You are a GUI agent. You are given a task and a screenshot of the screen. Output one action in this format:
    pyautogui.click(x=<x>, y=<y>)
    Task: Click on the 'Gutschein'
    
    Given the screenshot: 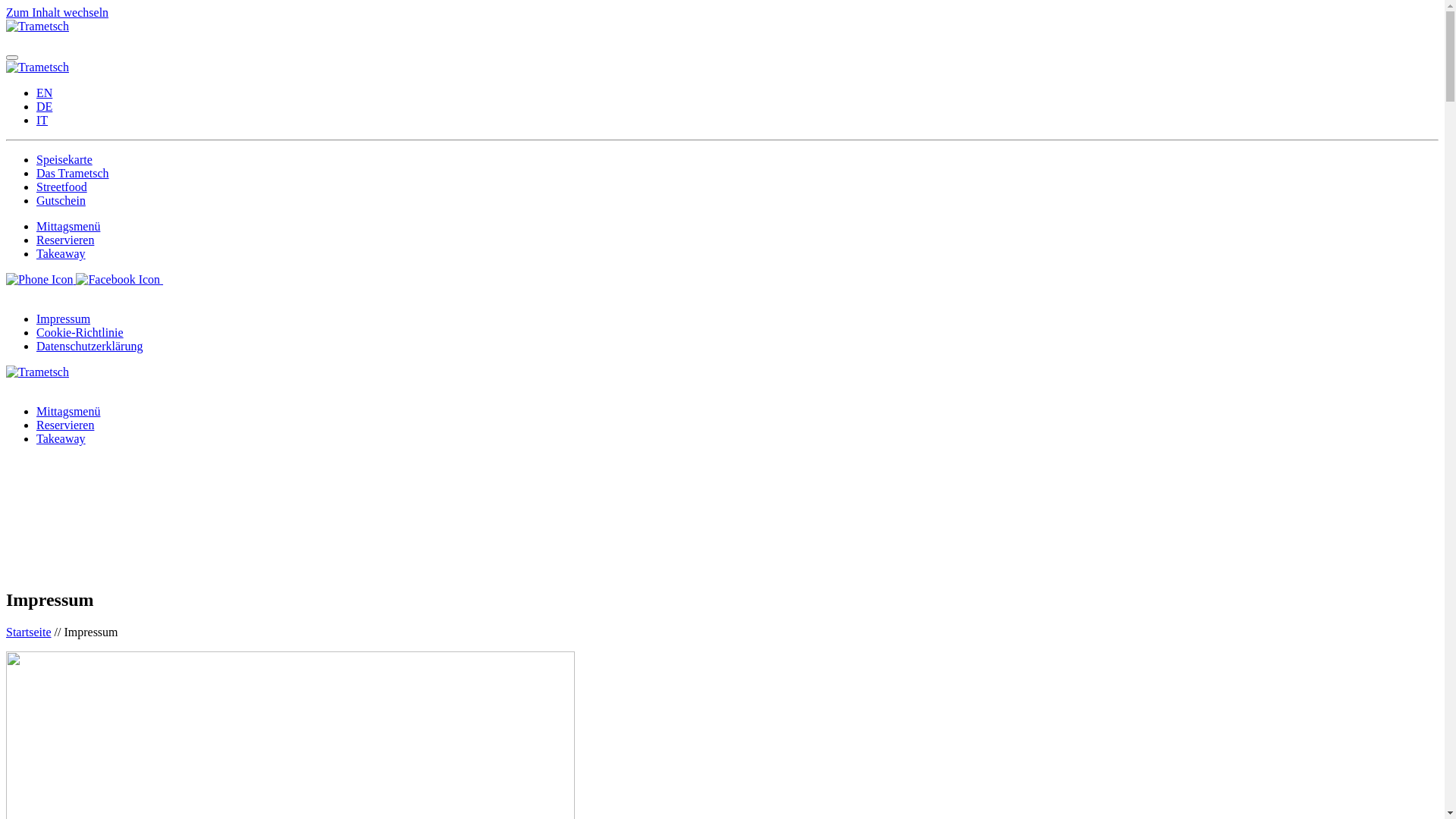 What is the action you would take?
    pyautogui.click(x=61, y=199)
    